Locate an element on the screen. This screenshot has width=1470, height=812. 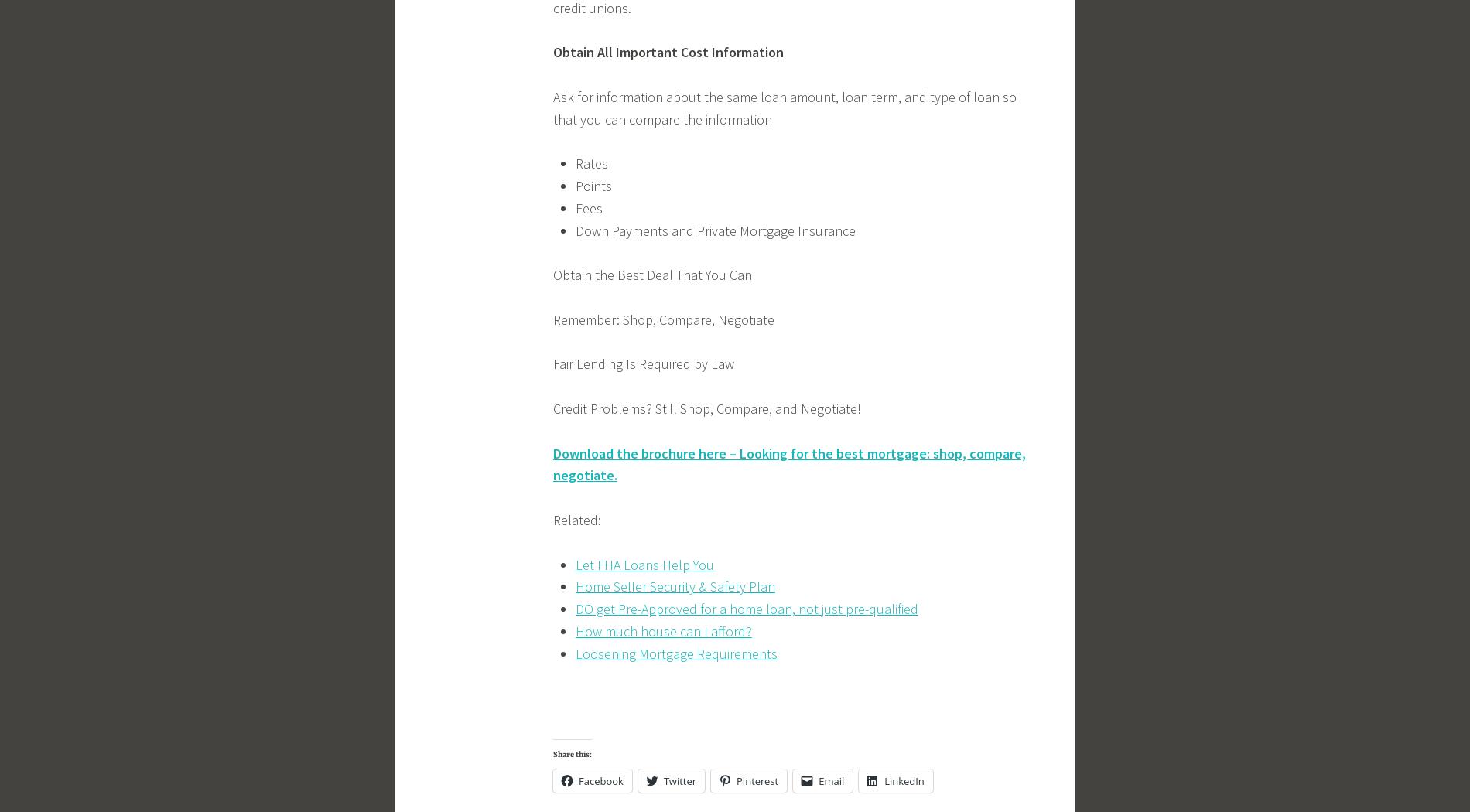
'Remember: Shop, Compare, Negotiate' is located at coordinates (663, 319).